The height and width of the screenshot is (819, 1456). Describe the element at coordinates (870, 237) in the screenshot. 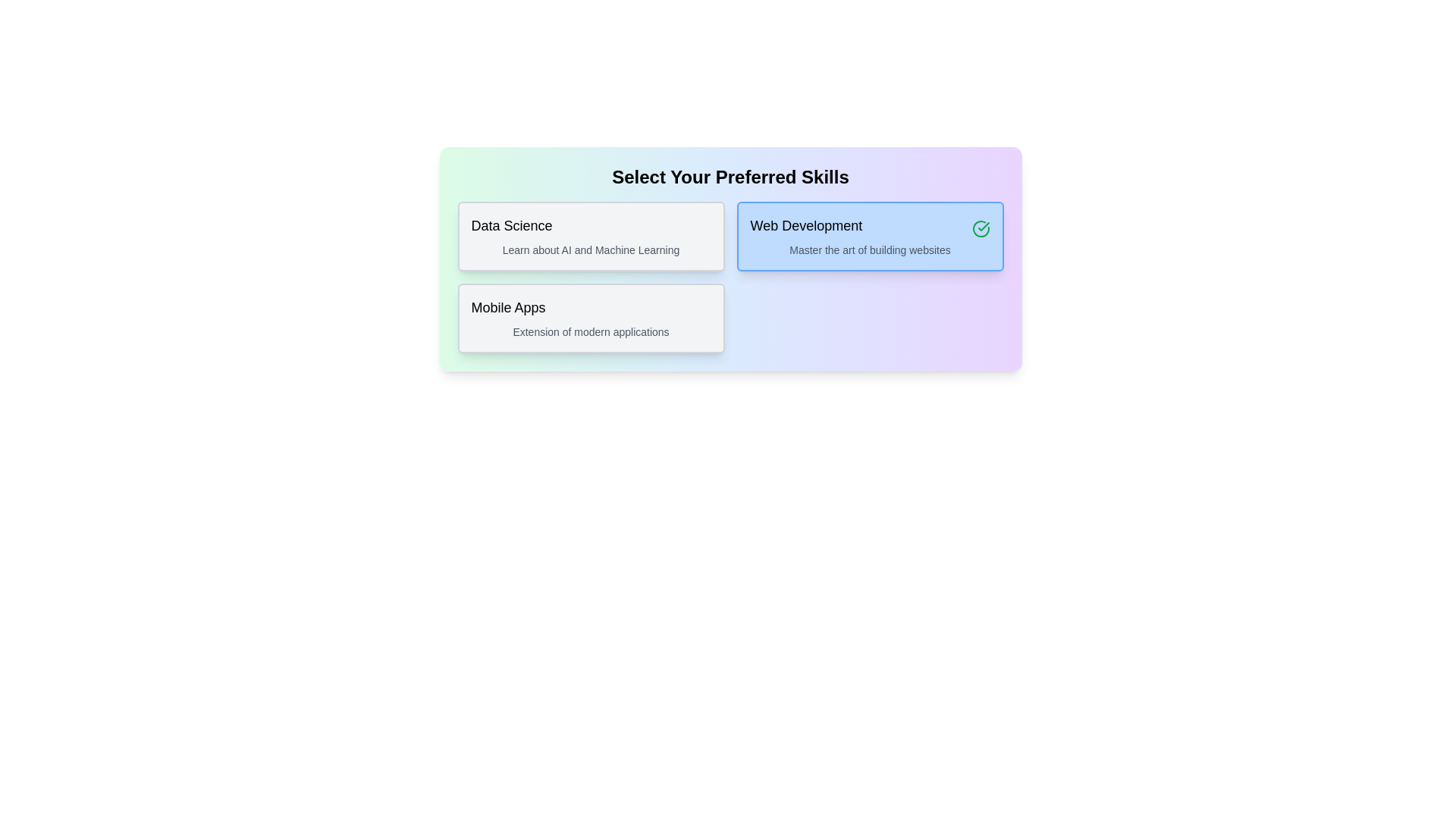

I see `the chip labeled Web Development to observe its hover effect` at that location.